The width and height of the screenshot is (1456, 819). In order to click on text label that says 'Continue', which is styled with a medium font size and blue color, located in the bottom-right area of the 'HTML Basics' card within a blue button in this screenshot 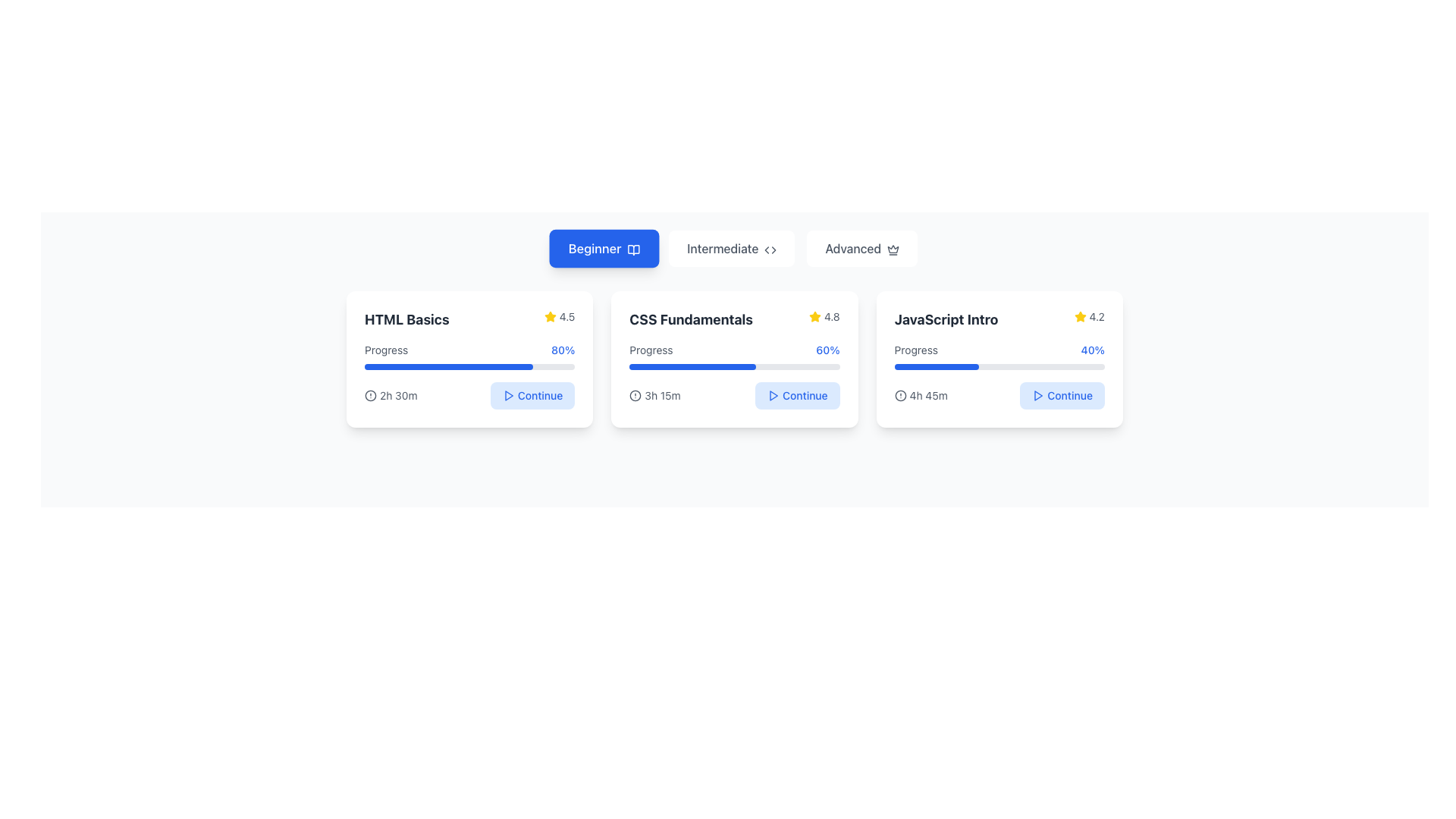, I will do `click(540, 394)`.